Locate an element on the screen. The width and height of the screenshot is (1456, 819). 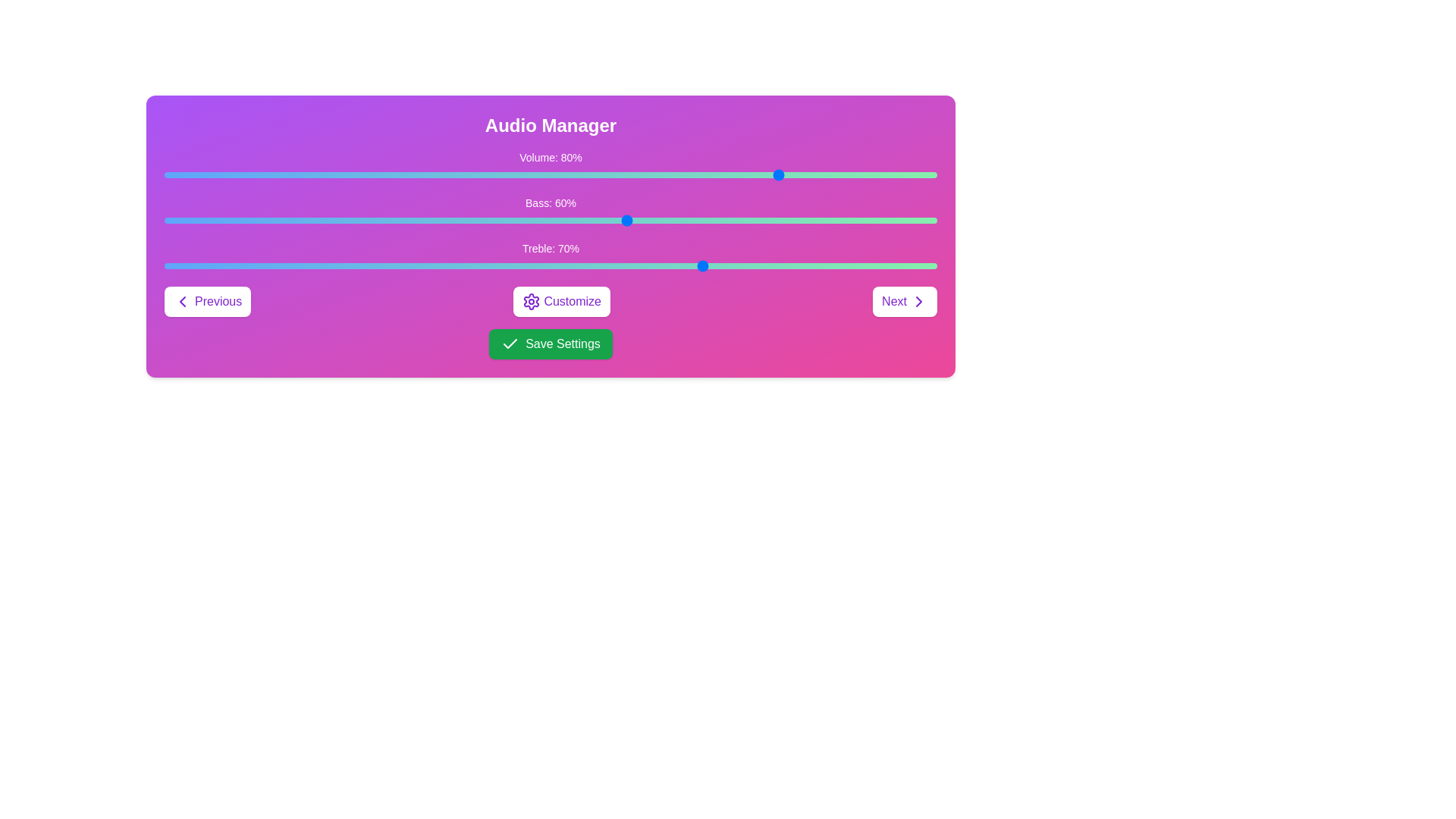
the text label indicating the current value of the bass setting, which is set to 60%, located in the middle of the control panel above the slider is located at coordinates (550, 202).